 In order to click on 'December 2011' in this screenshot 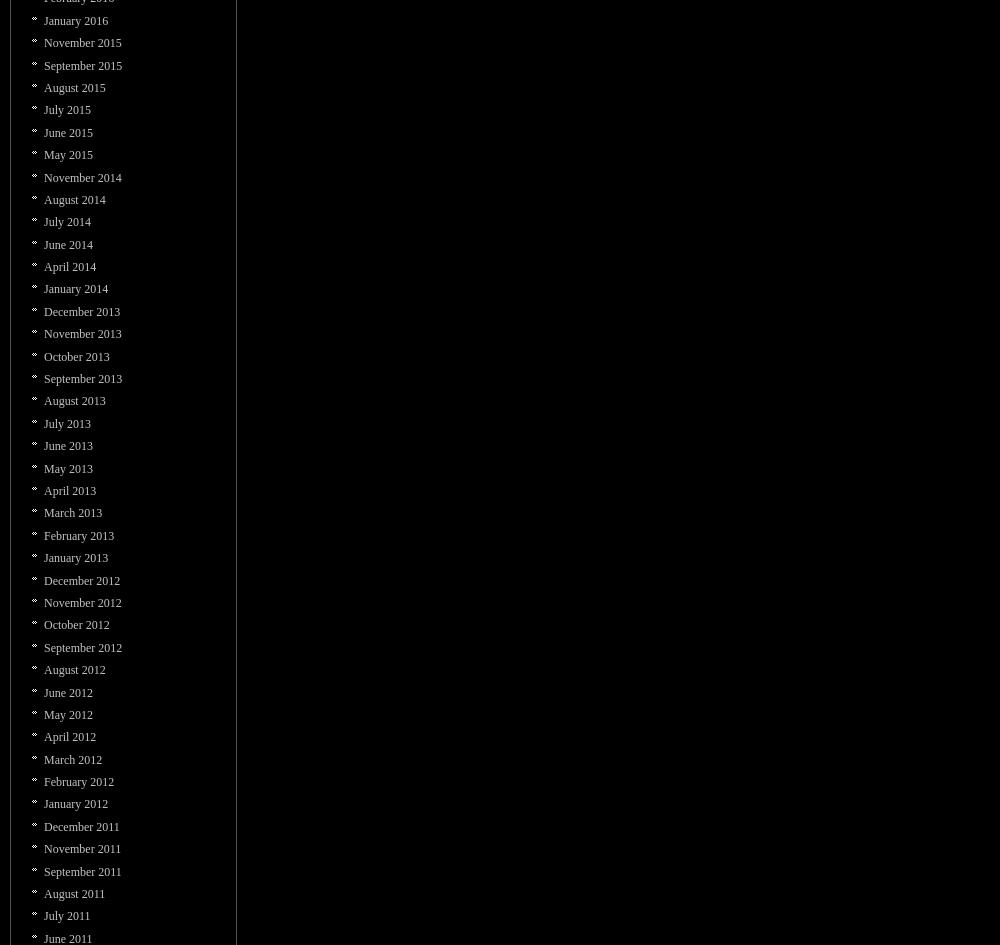, I will do `click(80, 826)`.